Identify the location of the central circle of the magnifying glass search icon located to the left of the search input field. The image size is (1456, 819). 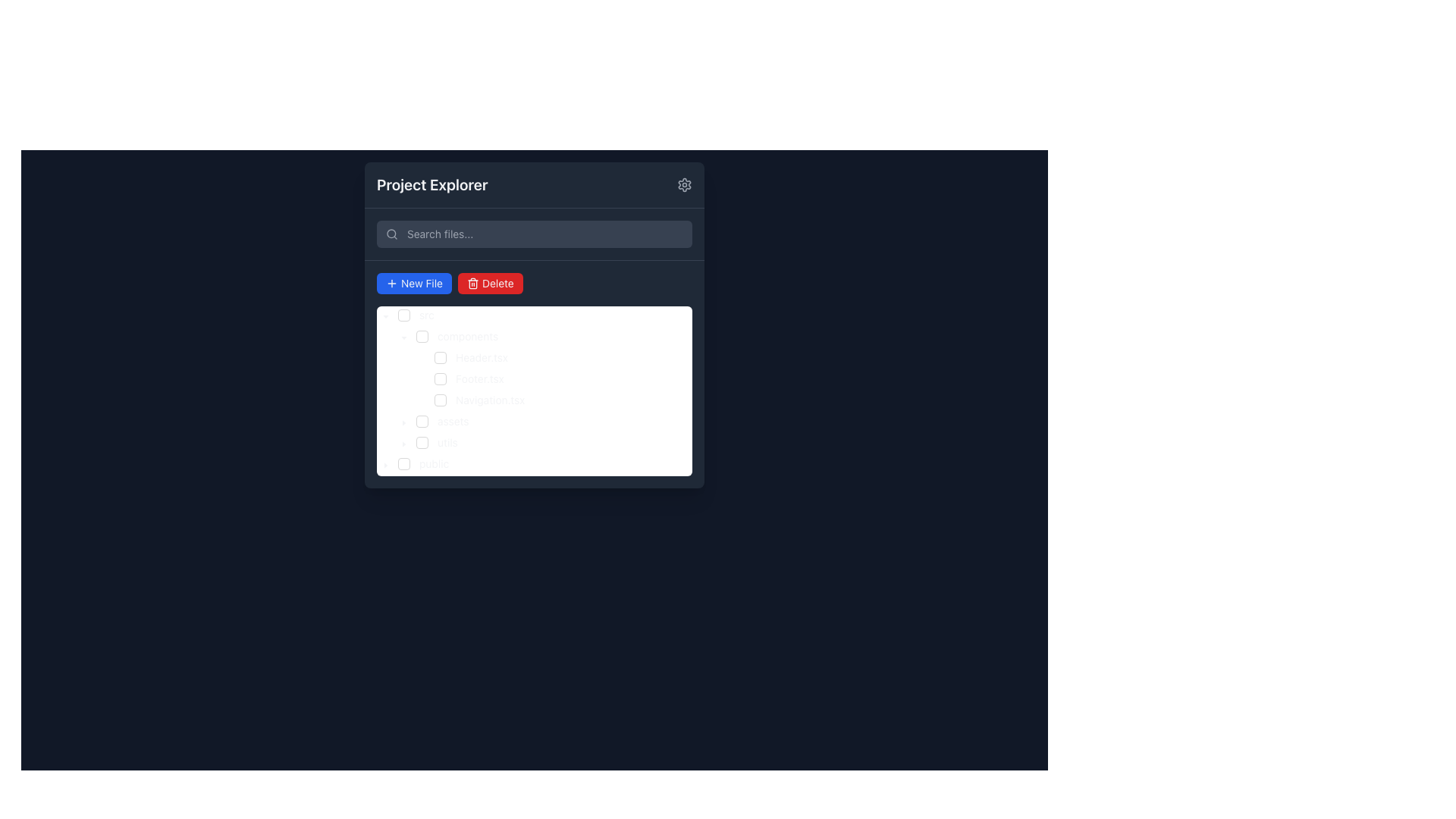
(391, 234).